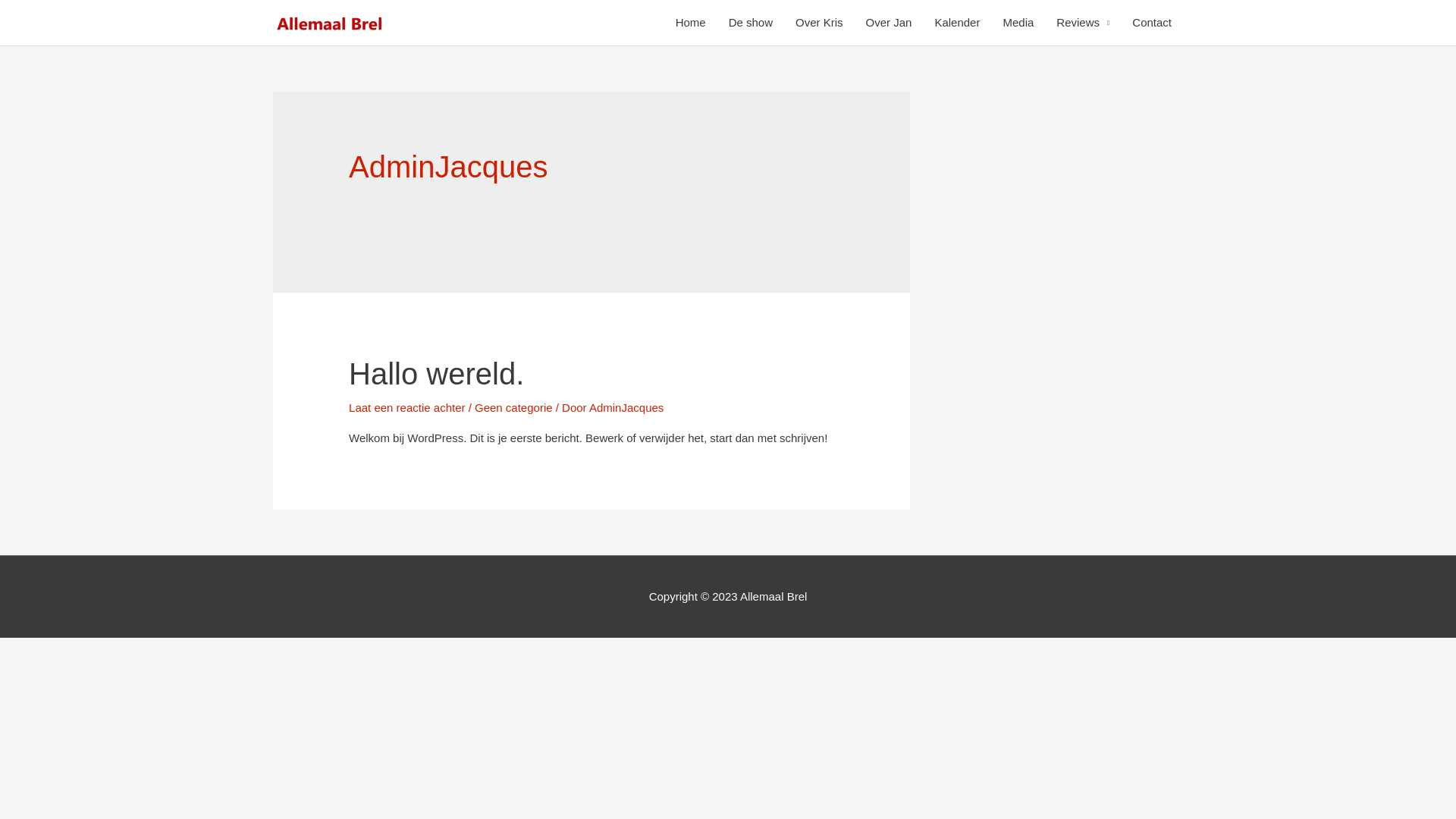 The width and height of the screenshot is (1456, 819). I want to click on 'Over Kris', so click(818, 23).